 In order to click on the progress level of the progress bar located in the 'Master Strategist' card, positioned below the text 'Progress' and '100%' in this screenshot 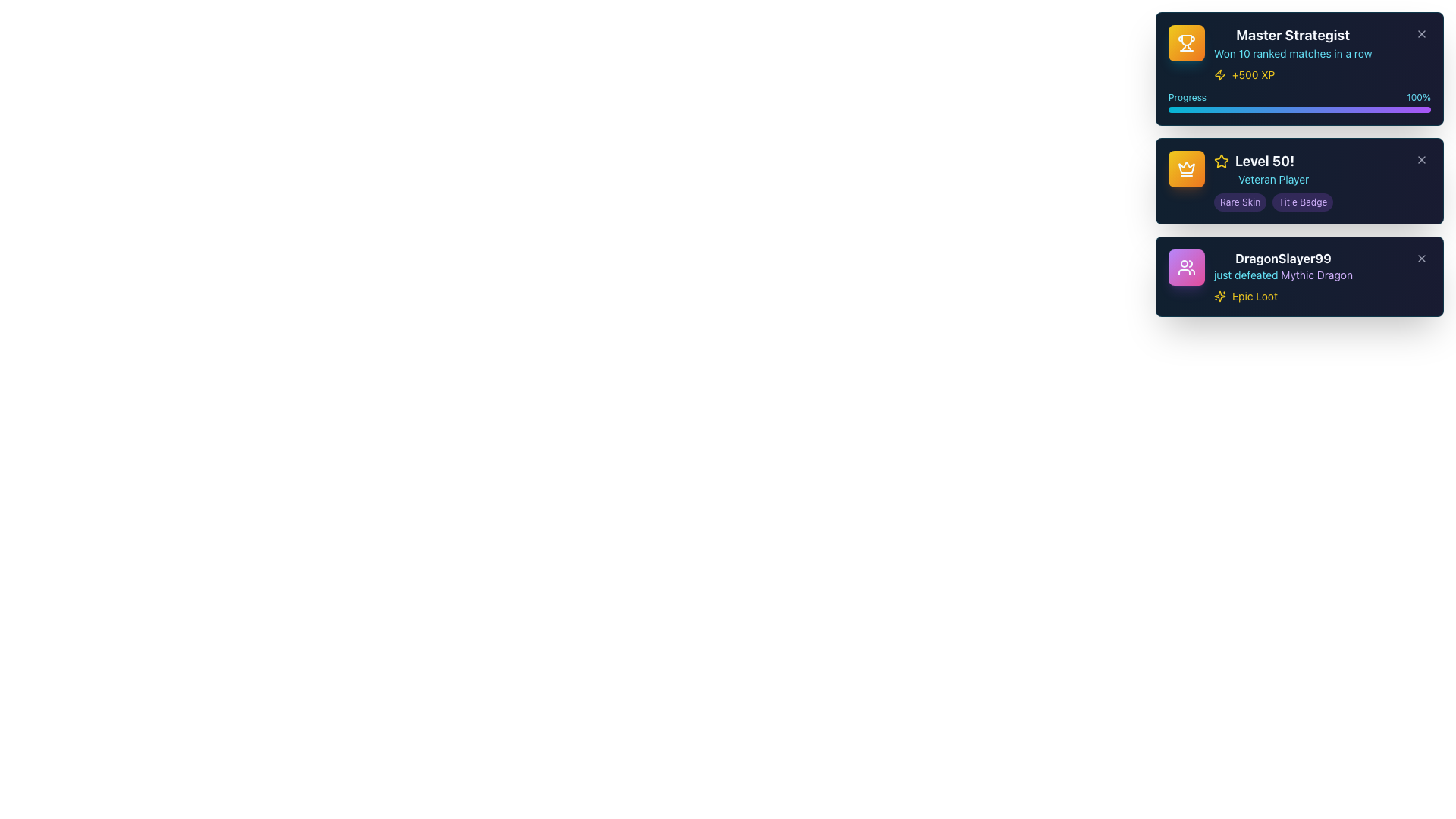, I will do `click(1298, 109)`.